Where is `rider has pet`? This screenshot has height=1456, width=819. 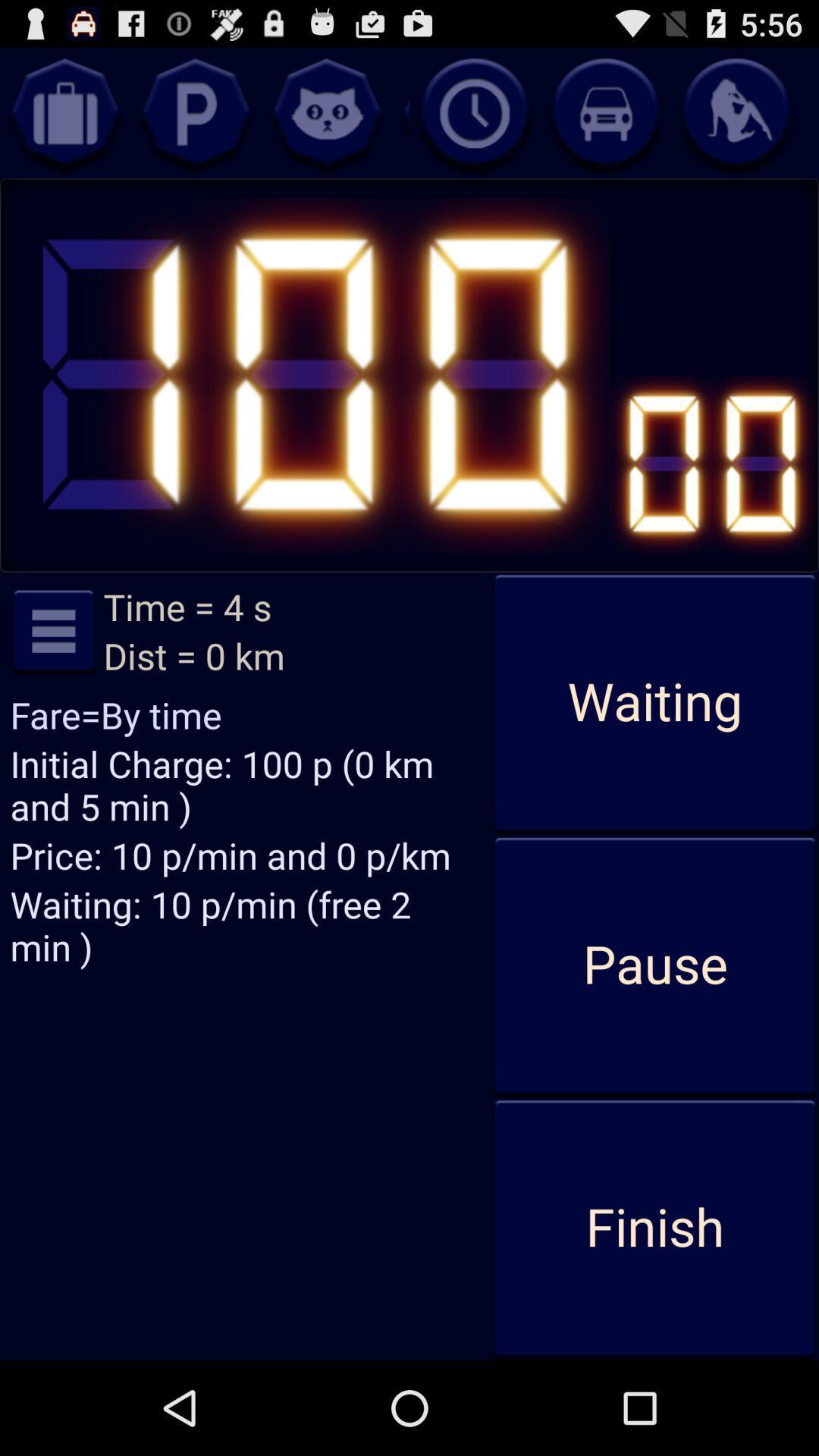
rider has pet is located at coordinates (326, 112).